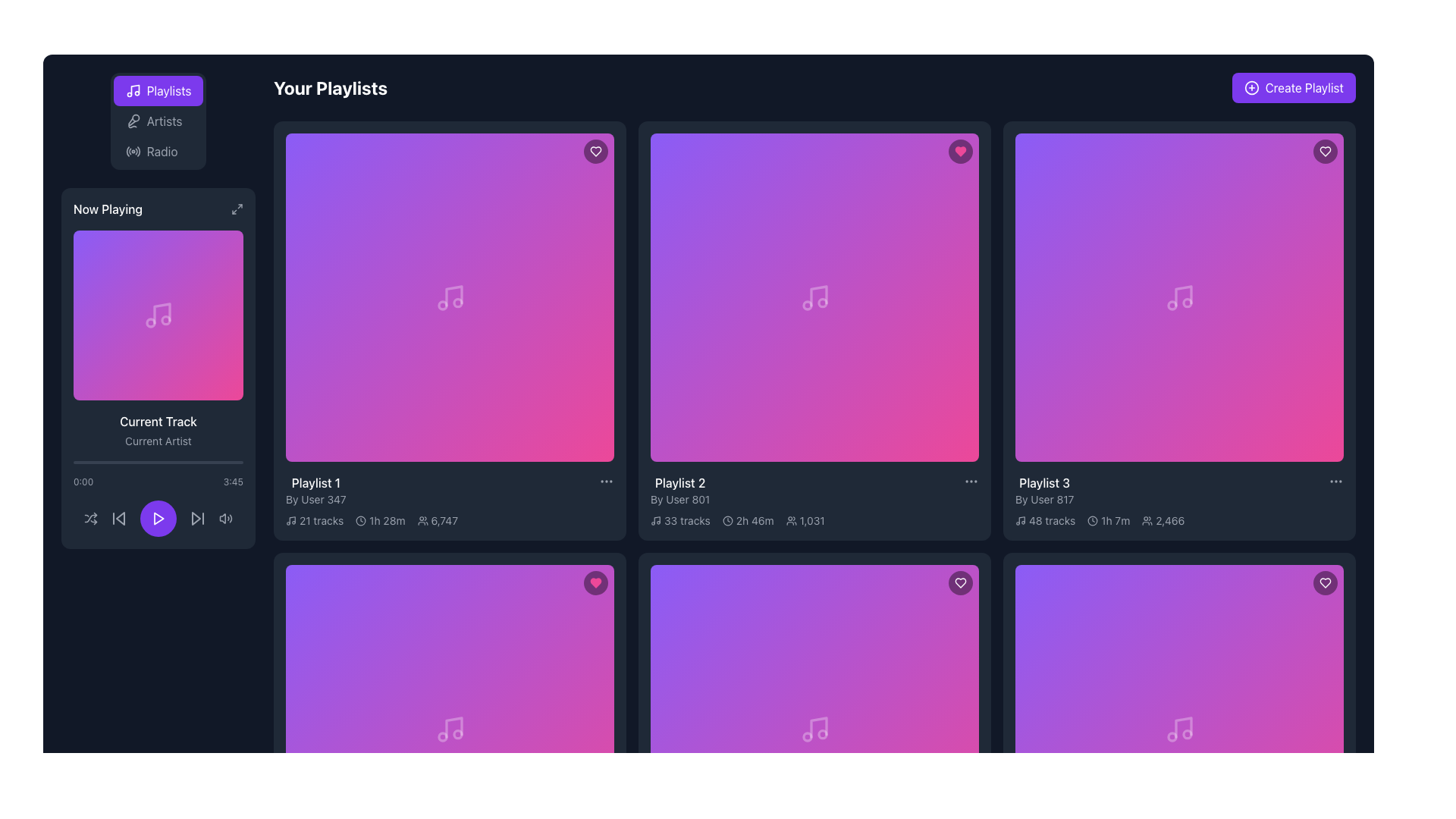 The height and width of the screenshot is (819, 1456). I want to click on the 'favorite' or 'like' button located at the top-right corner of the playlist card, so click(960, 582).